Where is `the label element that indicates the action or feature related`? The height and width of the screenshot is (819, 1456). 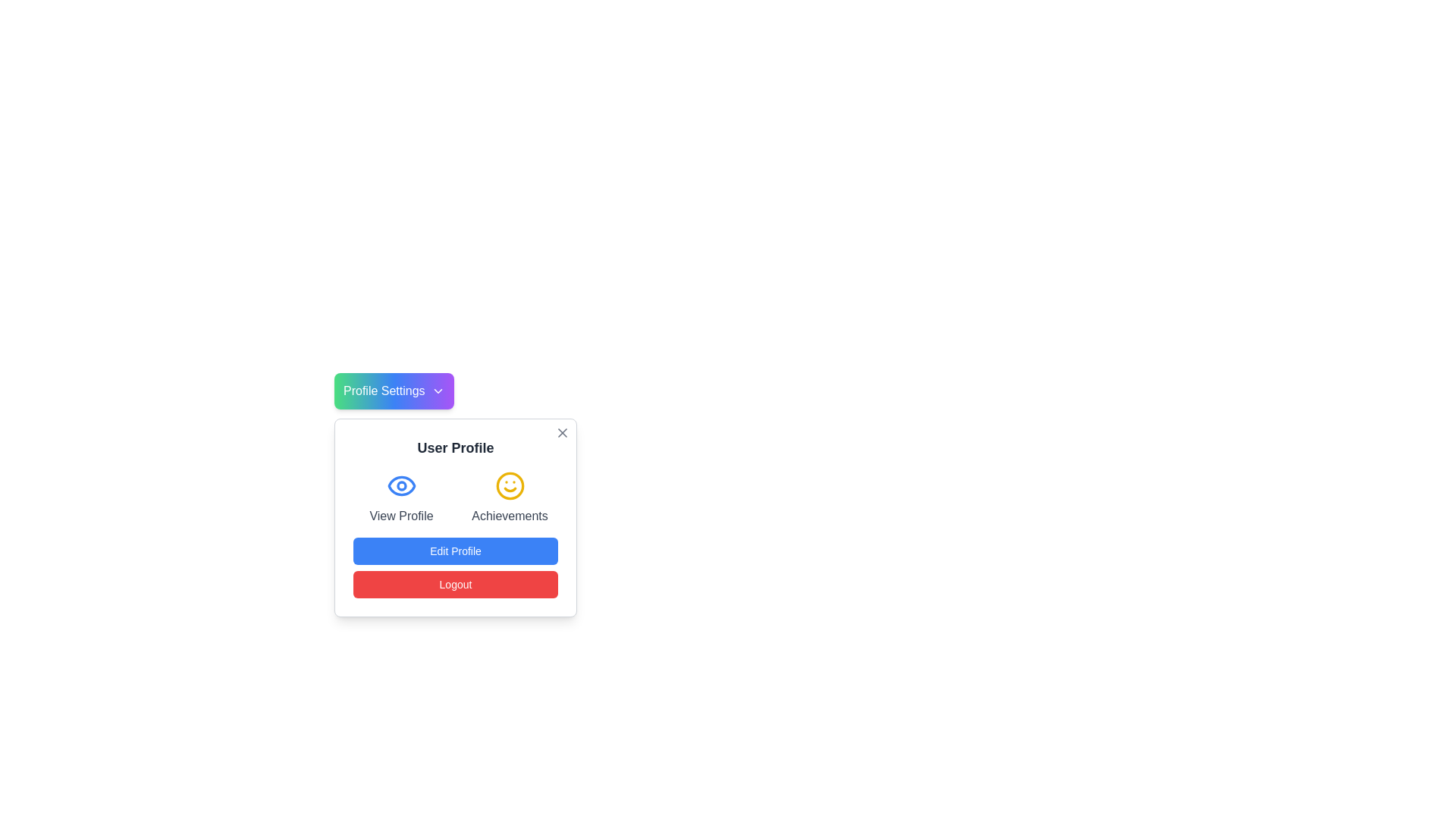 the label element that indicates the action or feature related is located at coordinates (401, 516).